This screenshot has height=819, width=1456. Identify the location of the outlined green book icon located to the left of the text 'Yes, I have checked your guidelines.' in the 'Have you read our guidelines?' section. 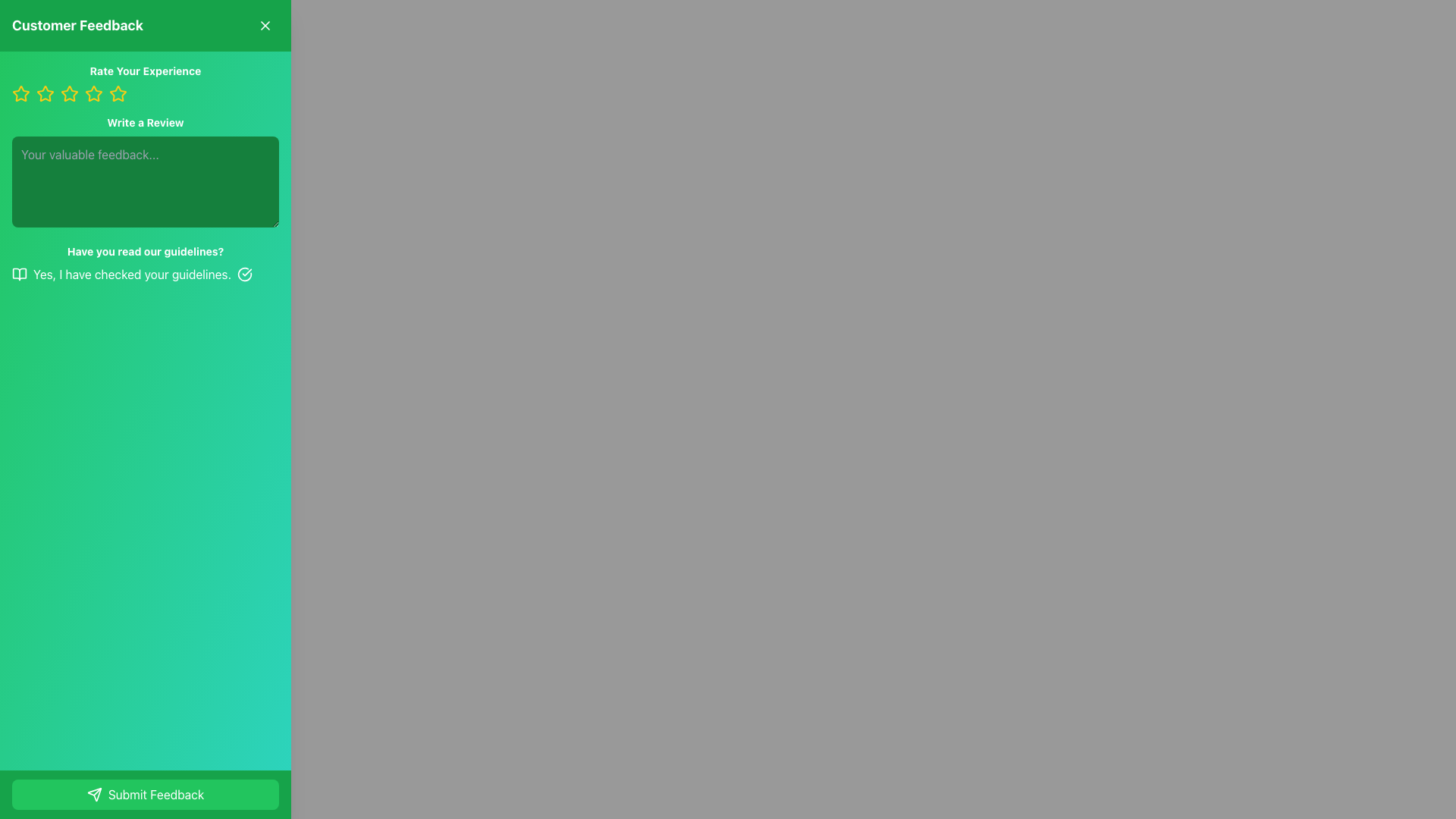
(19, 275).